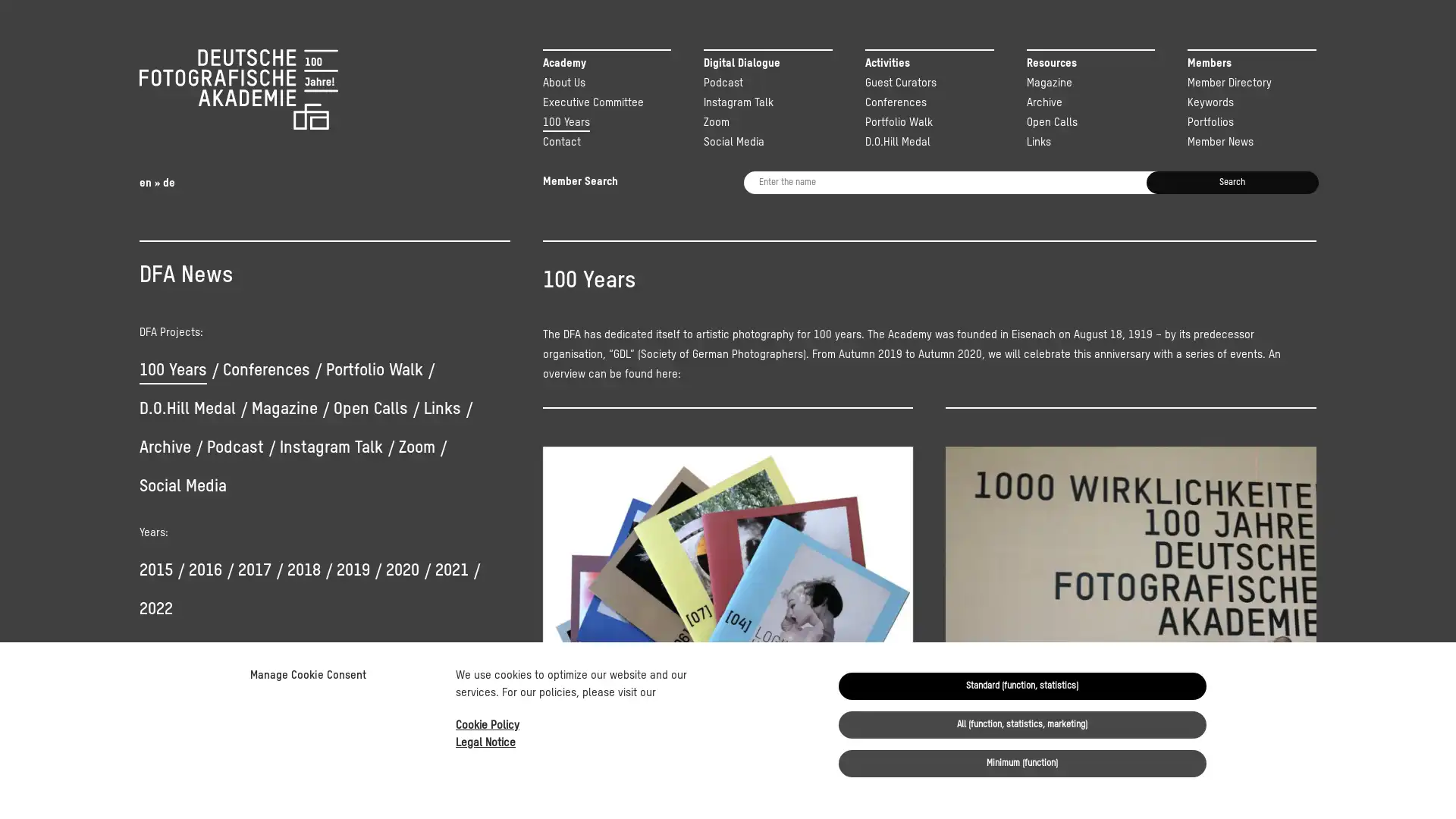 The image size is (1456, 819). Describe the element at coordinates (417, 447) in the screenshot. I see `Zoom` at that location.